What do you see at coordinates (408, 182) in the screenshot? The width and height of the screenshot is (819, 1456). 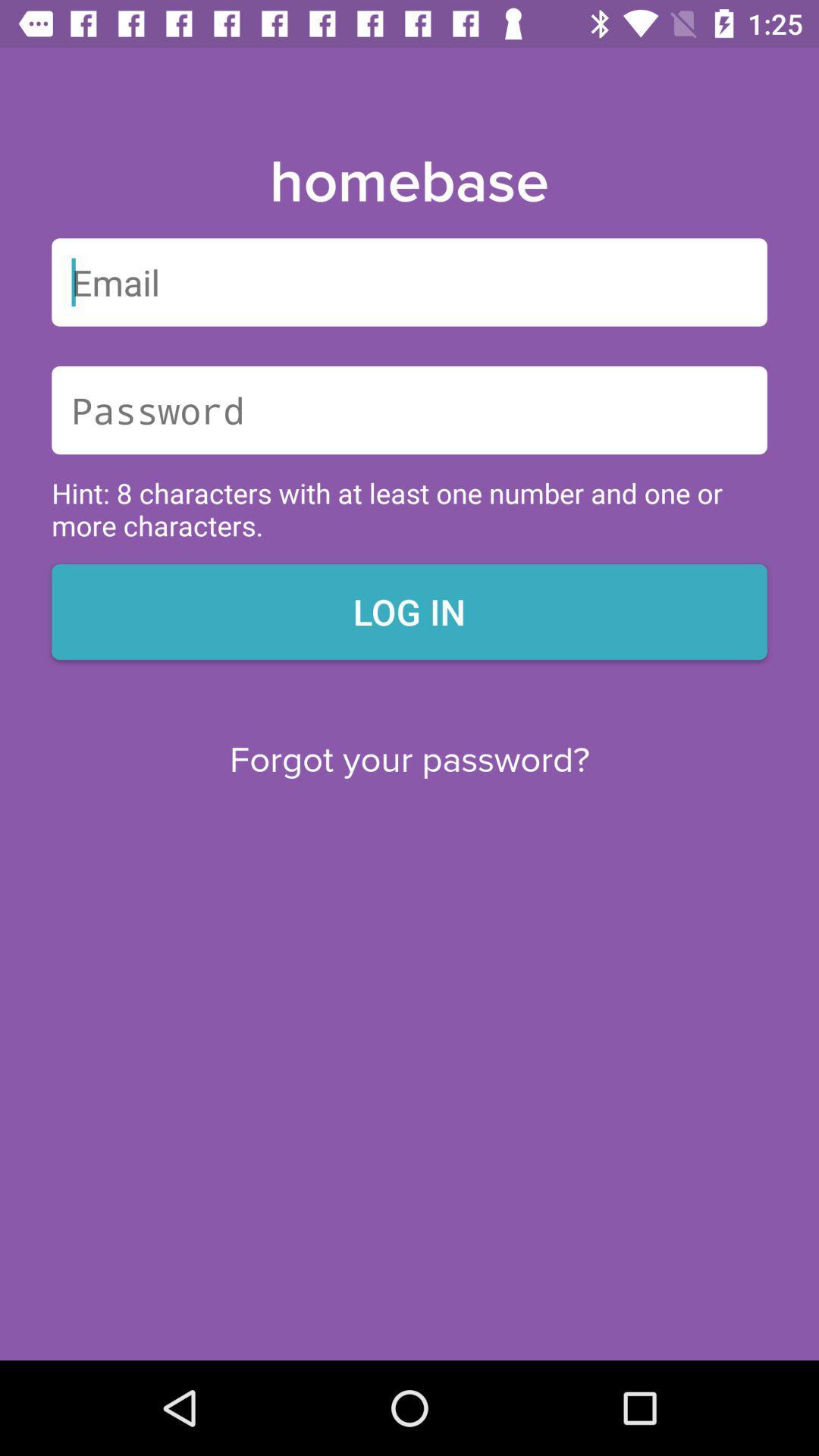 I see `the homebase icon` at bounding box center [408, 182].